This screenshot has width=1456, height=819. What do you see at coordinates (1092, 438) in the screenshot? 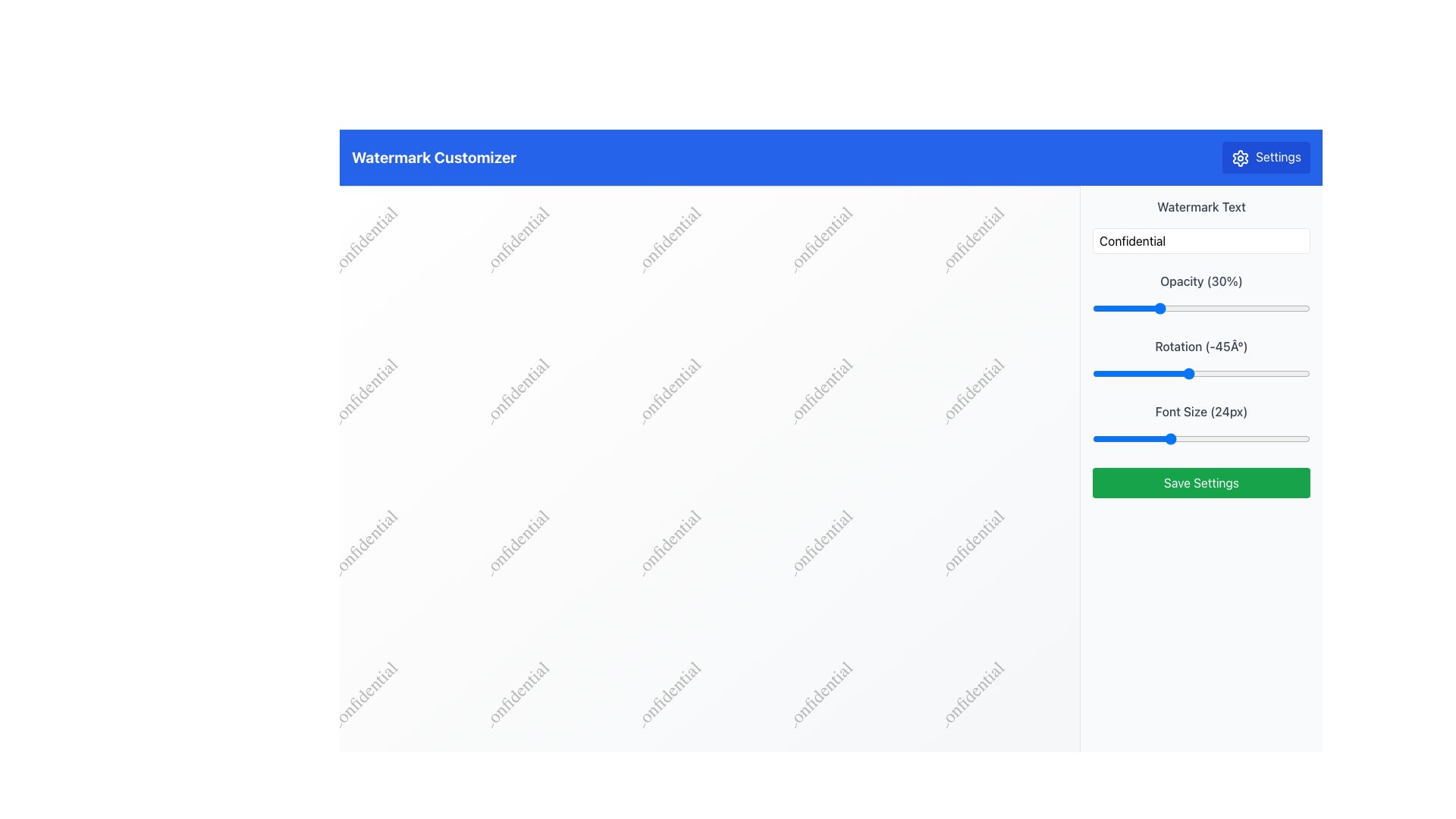
I see `the font size` at bounding box center [1092, 438].